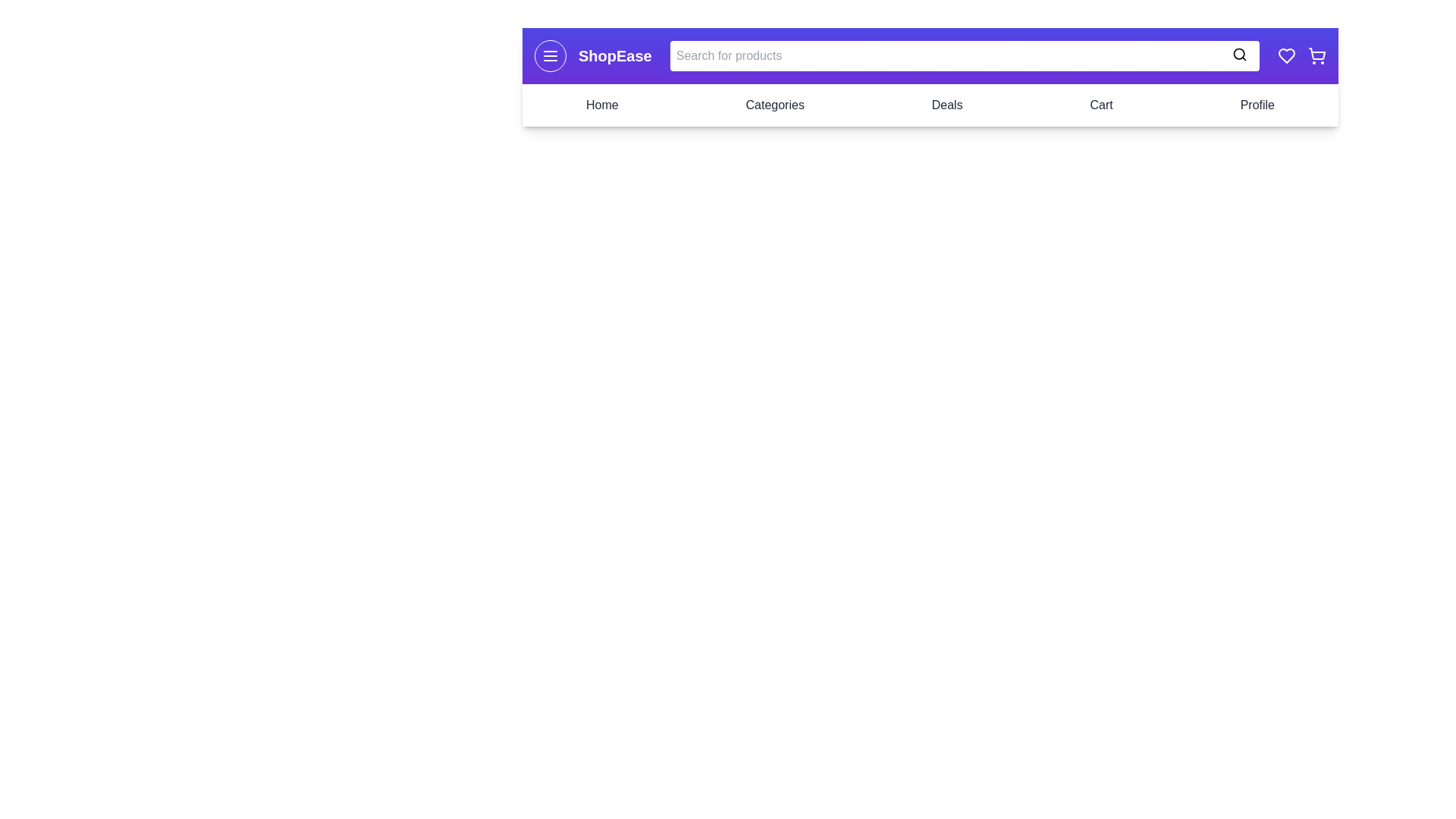  I want to click on the navigation link Categories to navigate to the respective section, so click(775, 104).